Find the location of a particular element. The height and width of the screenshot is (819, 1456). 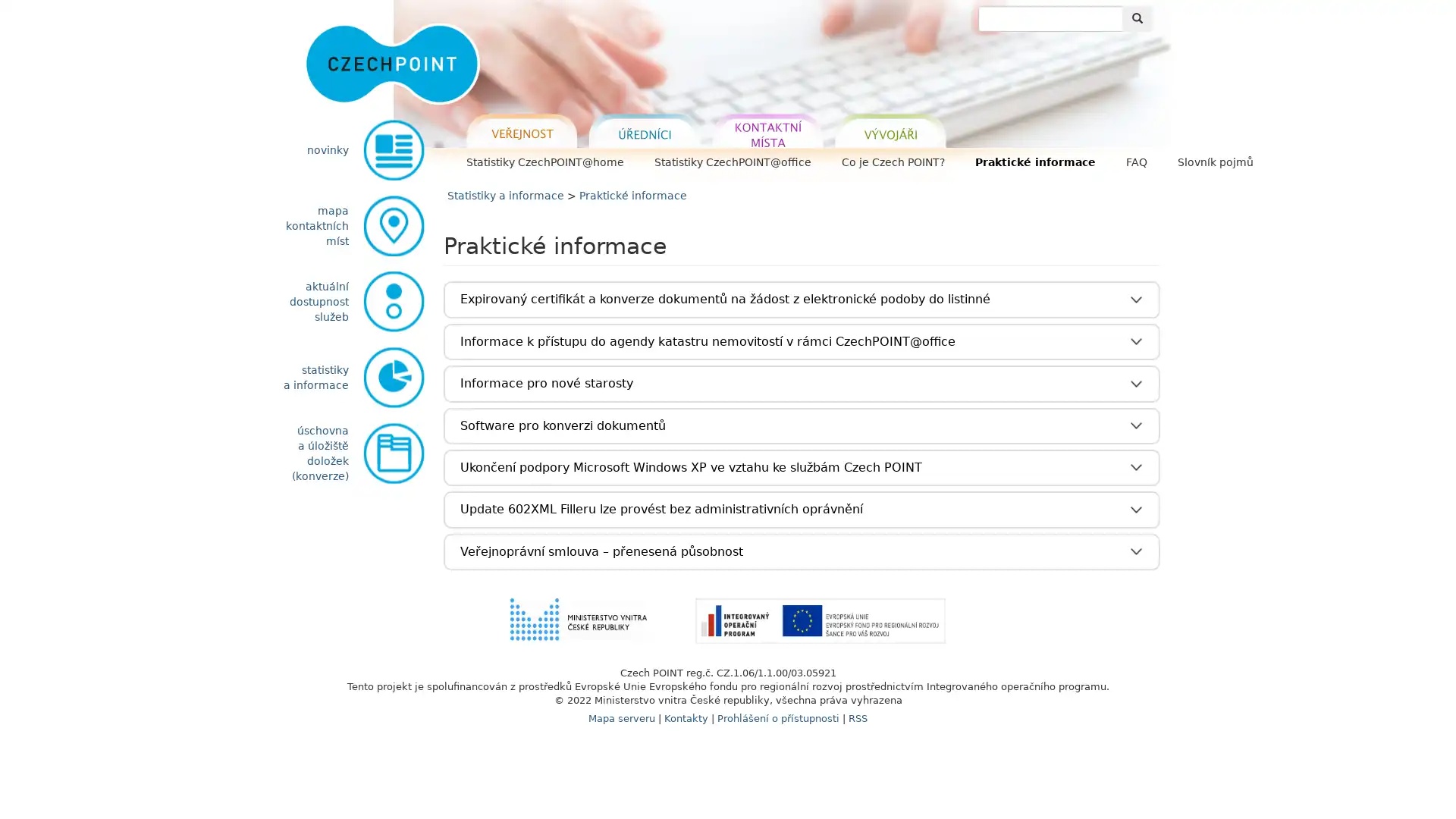

Odeslat is located at coordinates (1137, 18).